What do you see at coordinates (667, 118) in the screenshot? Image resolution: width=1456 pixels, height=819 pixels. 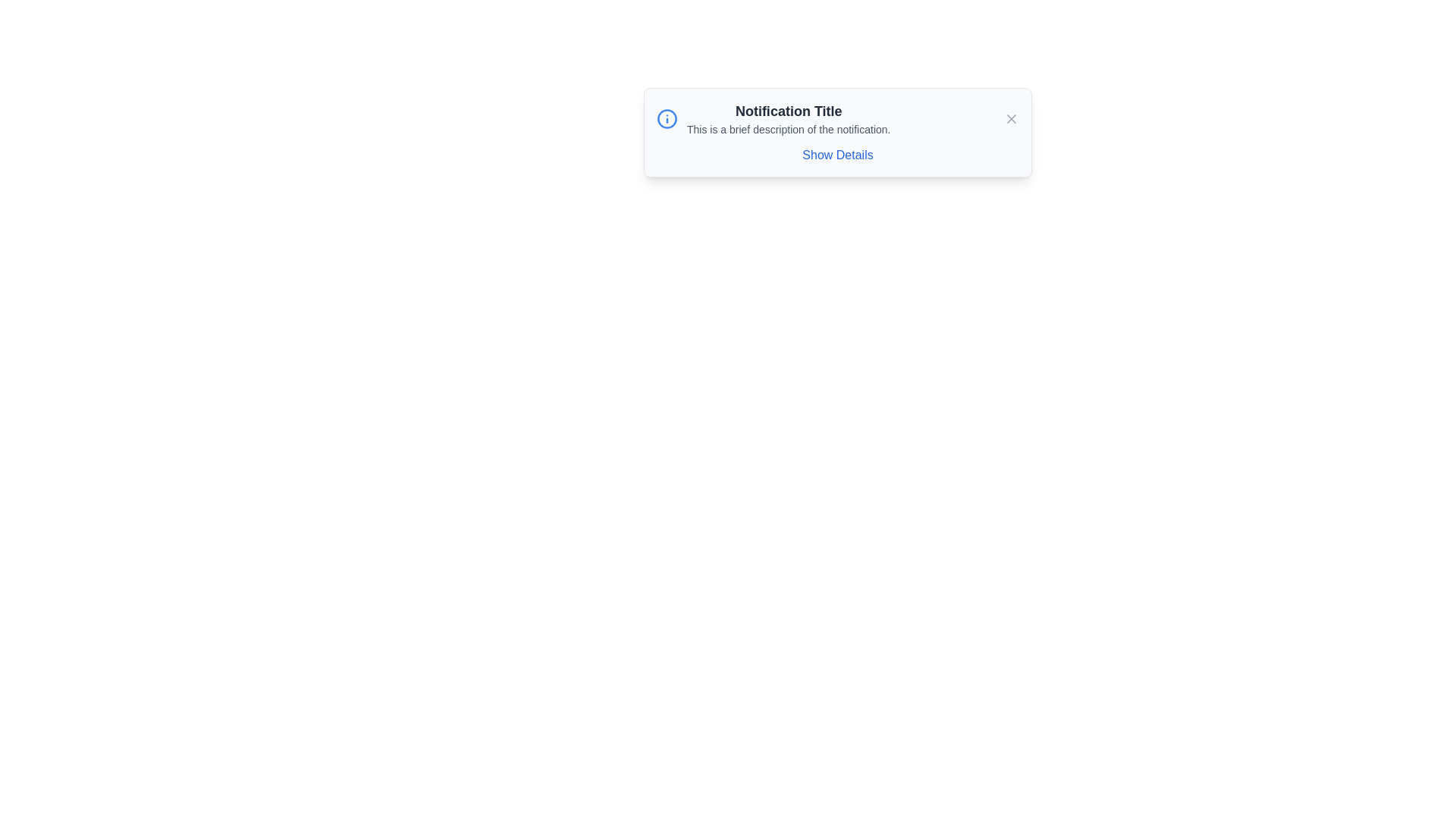 I see `the informational icon located at the top-left corner of the notification card, which serves as a significant identifier for the card` at bounding box center [667, 118].